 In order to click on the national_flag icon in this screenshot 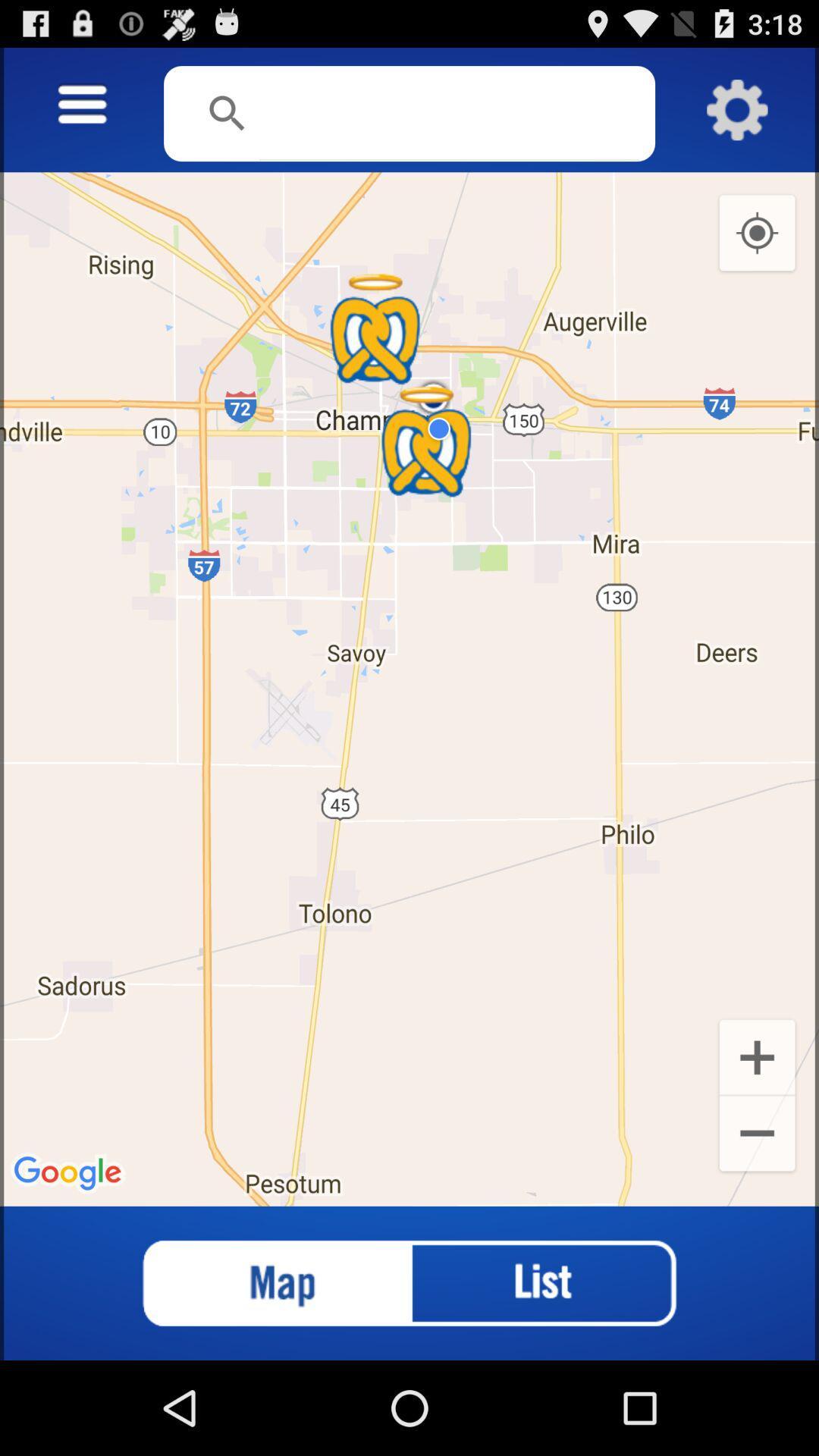, I will do `click(262, 1373)`.